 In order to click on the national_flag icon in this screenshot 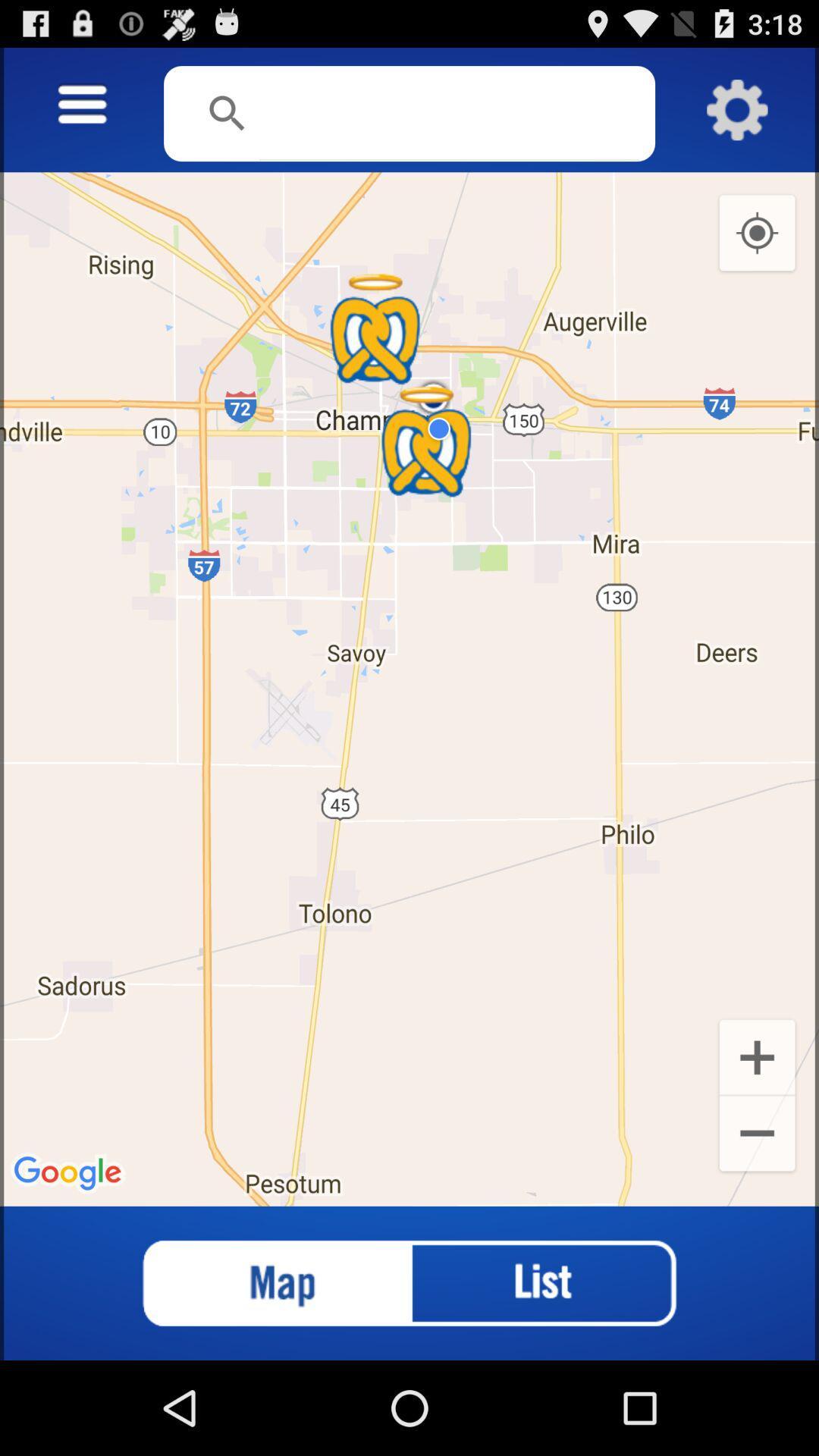, I will do `click(262, 1373)`.